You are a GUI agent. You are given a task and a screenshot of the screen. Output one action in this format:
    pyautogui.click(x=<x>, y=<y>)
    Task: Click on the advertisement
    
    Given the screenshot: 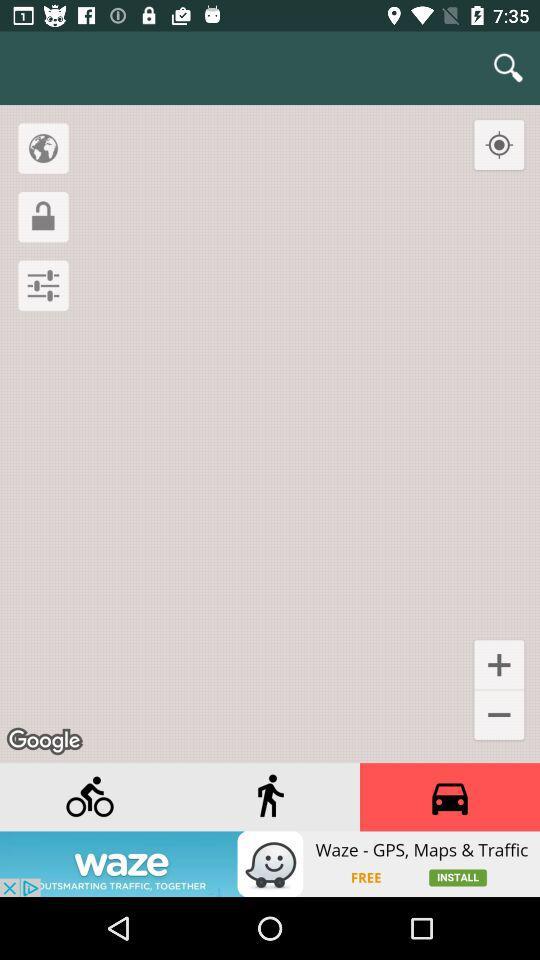 What is the action you would take?
    pyautogui.click(x=449, y=797)
    